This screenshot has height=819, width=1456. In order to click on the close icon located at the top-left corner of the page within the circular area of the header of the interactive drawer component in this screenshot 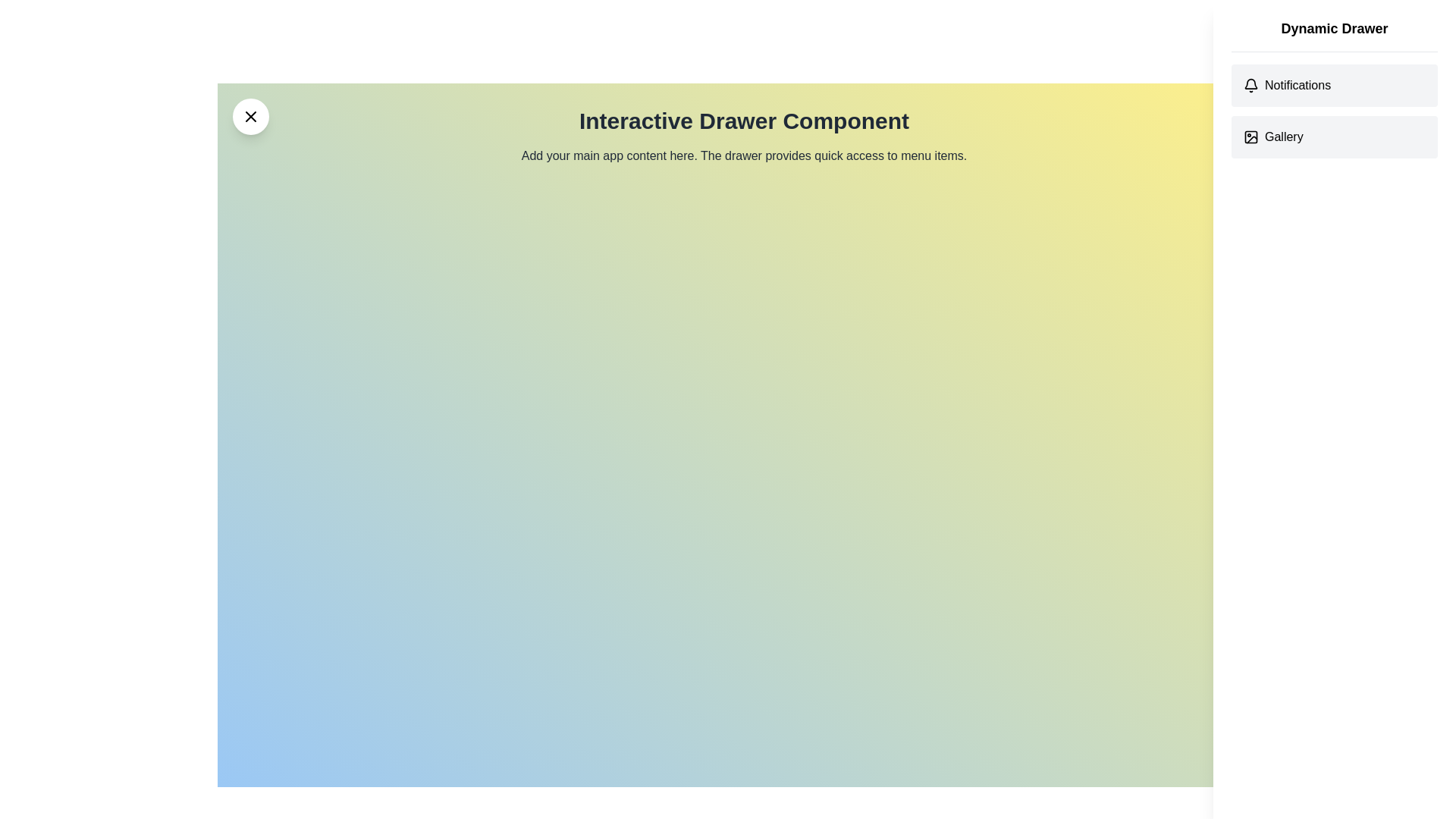, I will do `click(251, 116)`.